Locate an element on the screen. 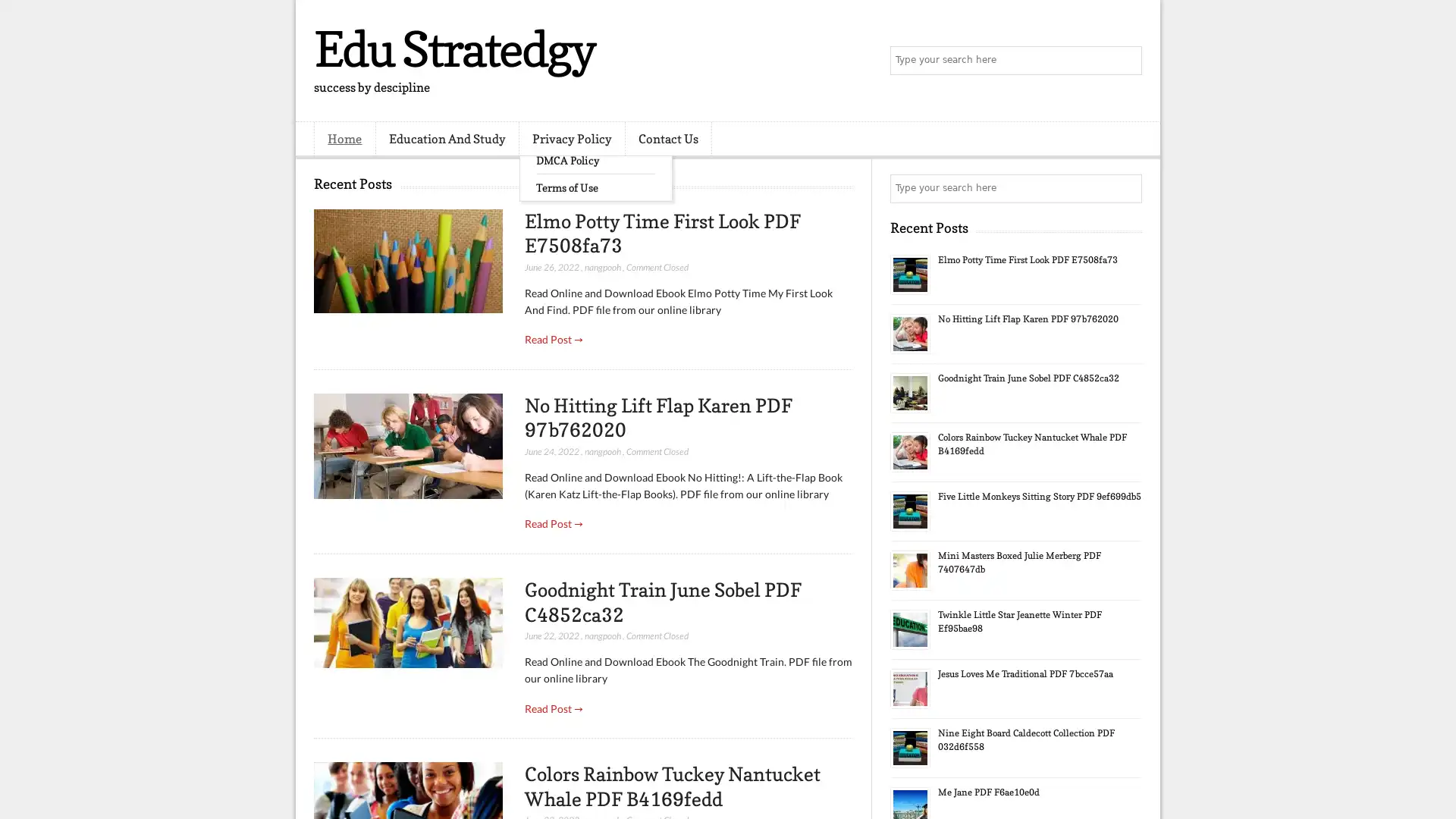 The height and width of the screenshot is (819, 1456). Search is located at coordinates (1126, 188).